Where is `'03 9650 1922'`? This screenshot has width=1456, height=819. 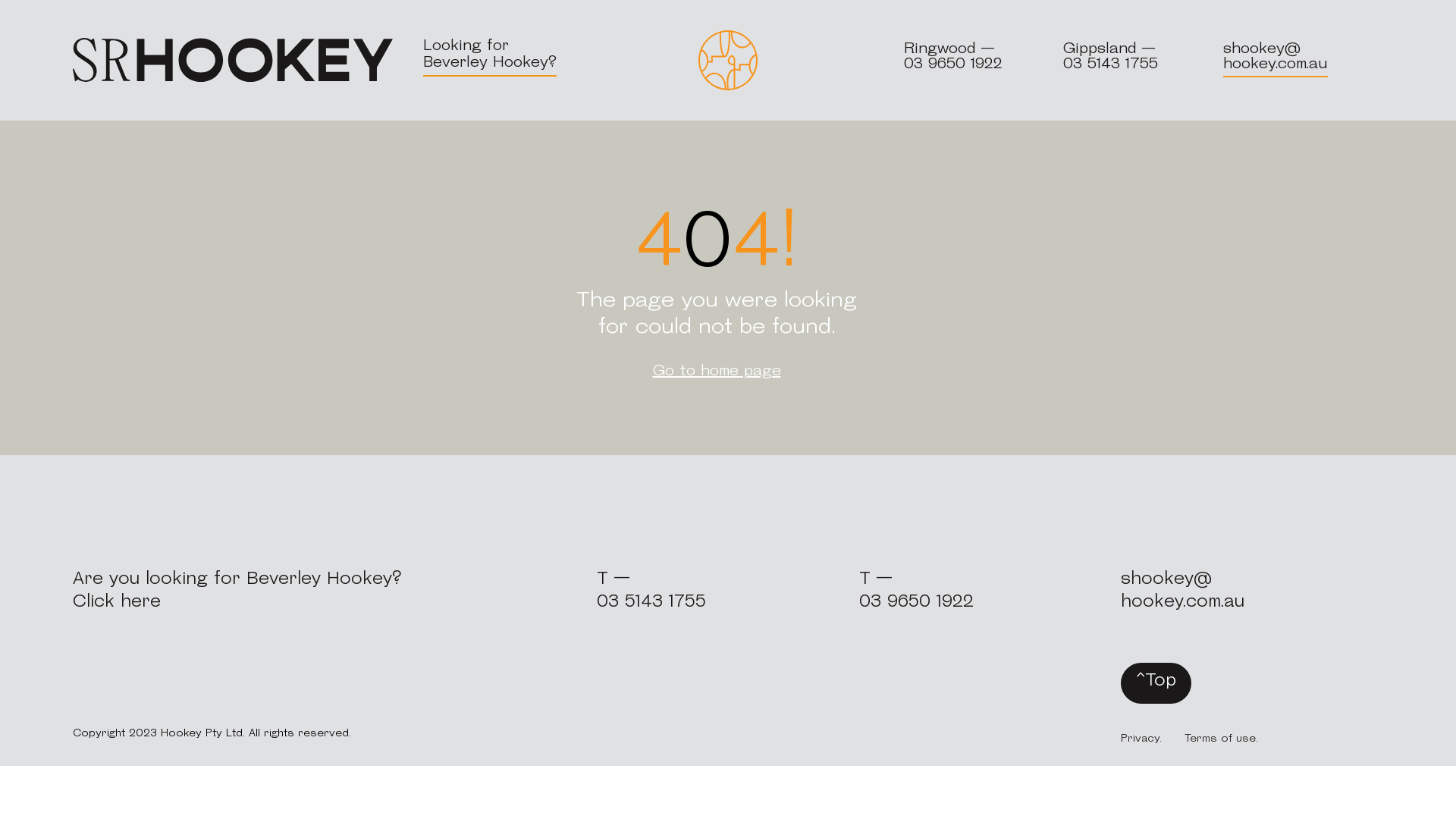
'03 9650 1922' is located at coordinates (952, 63).